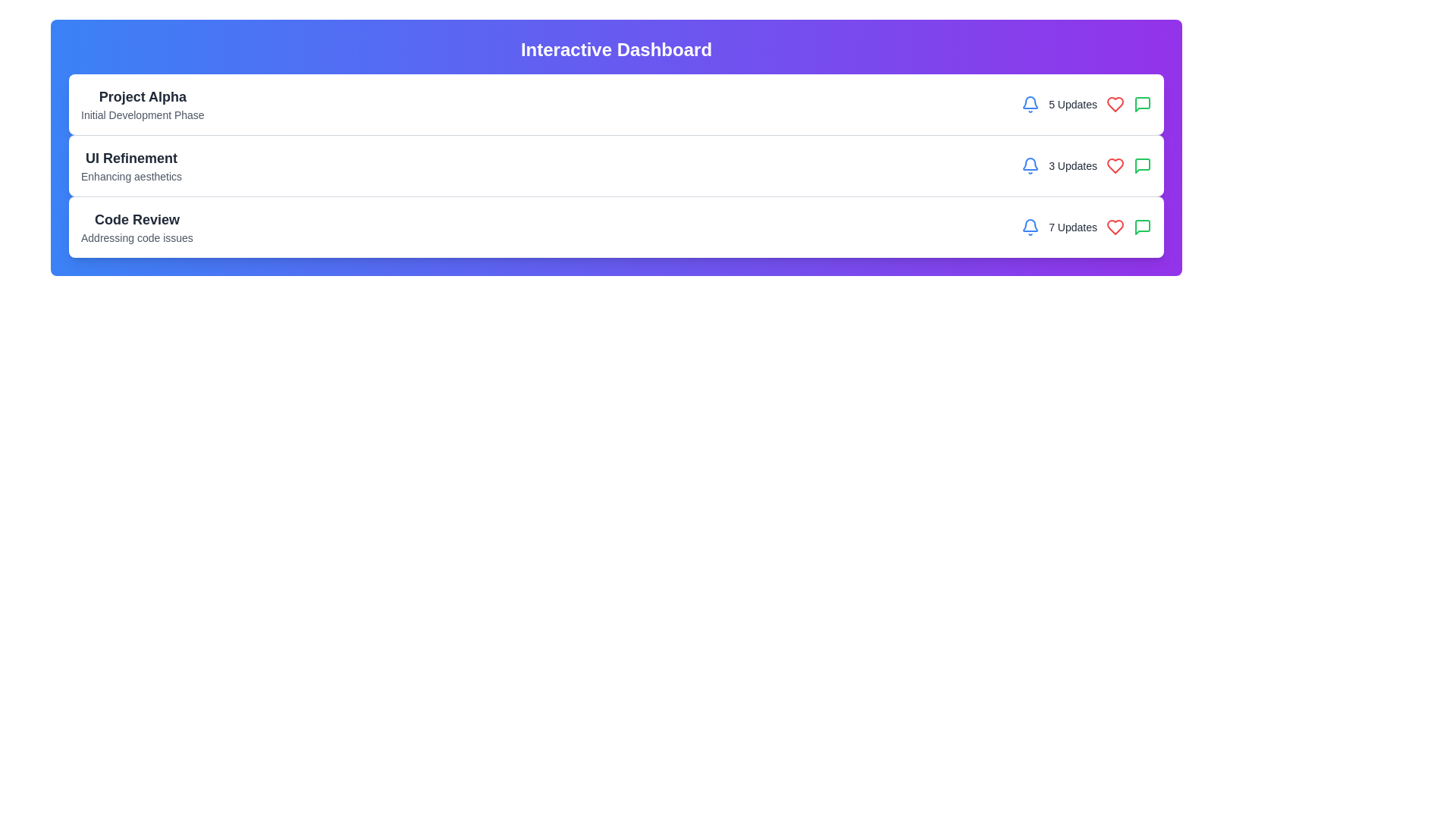 The width and height of the screenshot is (1456, 819). What do you see at coordinates (1143, 227) in the screenshot?
I see `the green chat bubble-shaped icon located to the right of the '7 Updates' text and following the red heart icon to interact with it` at bounding box center [1143, 227].